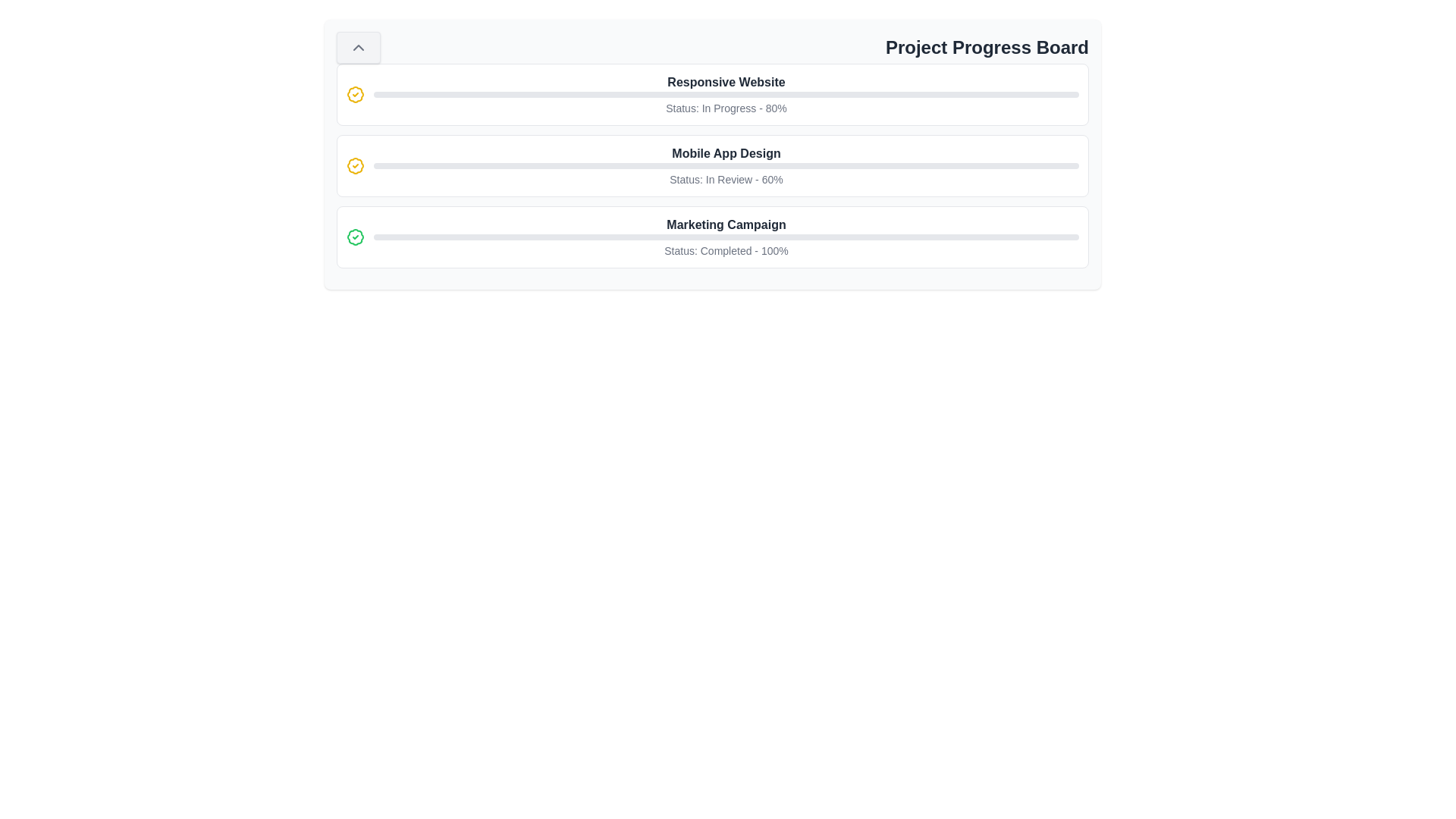  Describe the element at coordinates (355, 237) in the screenshot. I see `the green checkmark icon representing the completed status of the 'Marketing Campaign' entry in the list` at that location.